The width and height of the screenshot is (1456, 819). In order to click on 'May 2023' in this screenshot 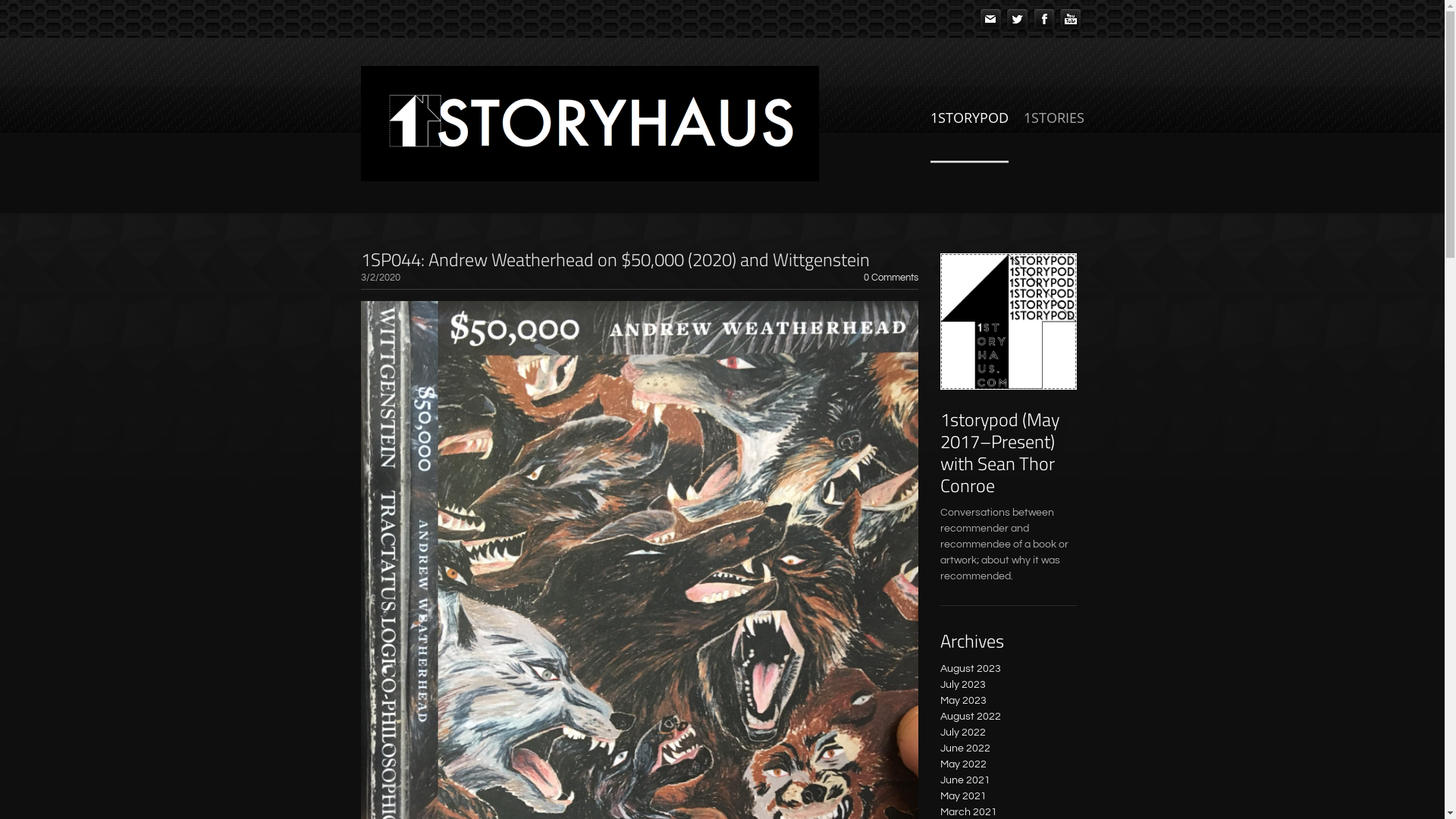, I will do `click(939, 701)`.